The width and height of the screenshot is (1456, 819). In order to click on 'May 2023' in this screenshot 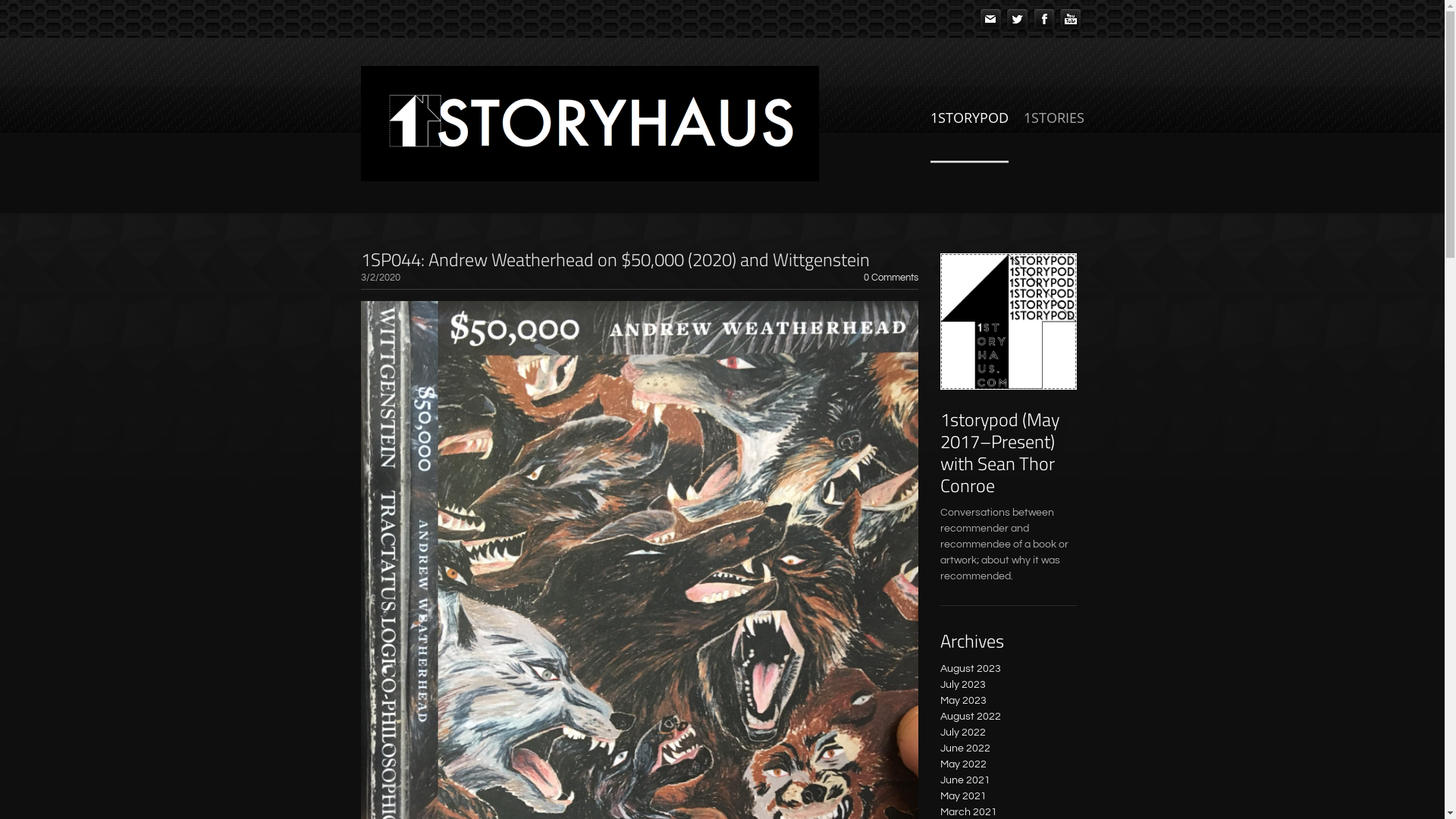, I will do `click(939, 701)`.